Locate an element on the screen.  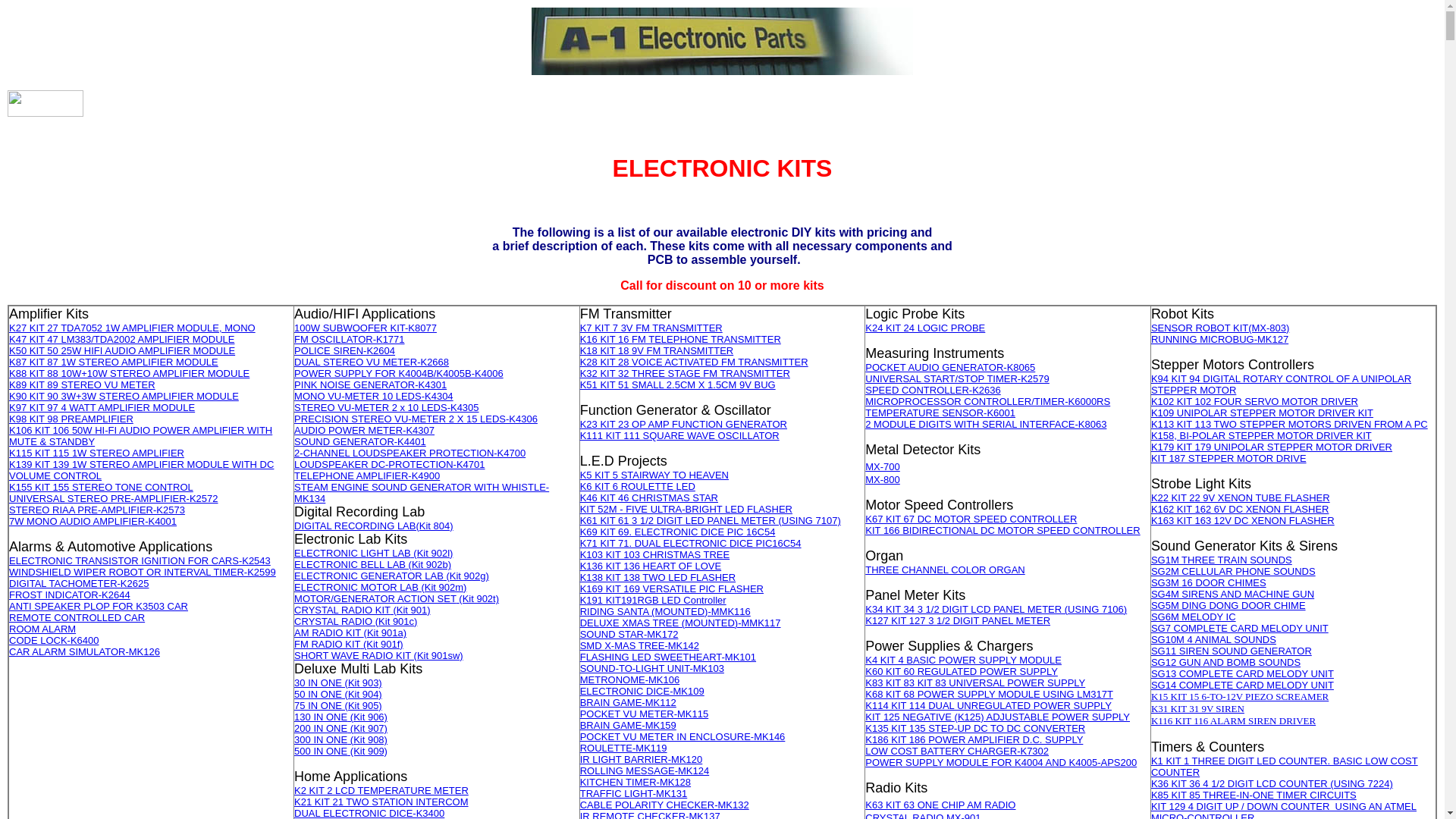
'ELECTRONIC BELL LAB (Kit 902b)' is located at coordinates (372, 564).